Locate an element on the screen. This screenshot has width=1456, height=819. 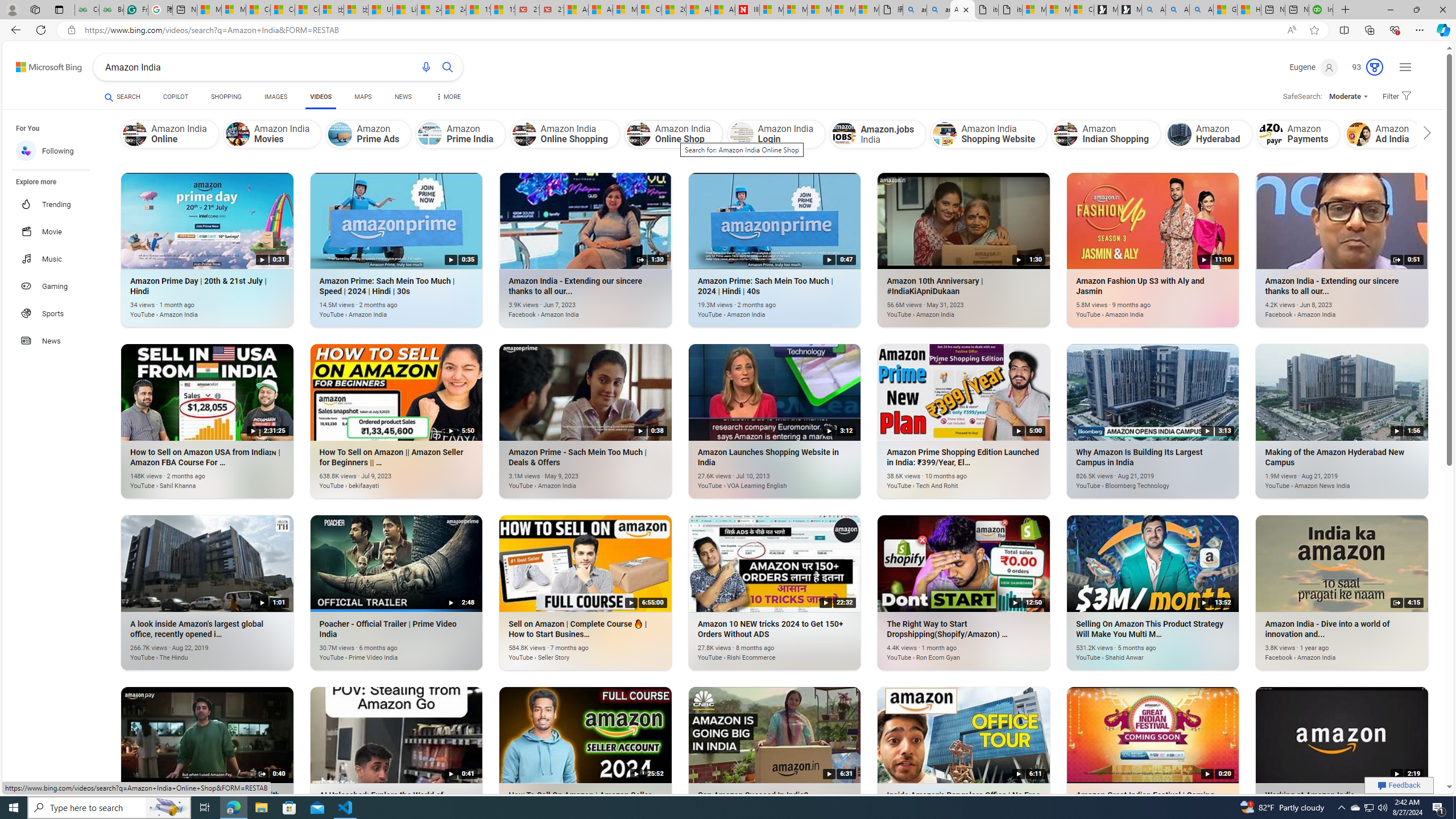
'NEWS' is located at coordinates (403, 96).